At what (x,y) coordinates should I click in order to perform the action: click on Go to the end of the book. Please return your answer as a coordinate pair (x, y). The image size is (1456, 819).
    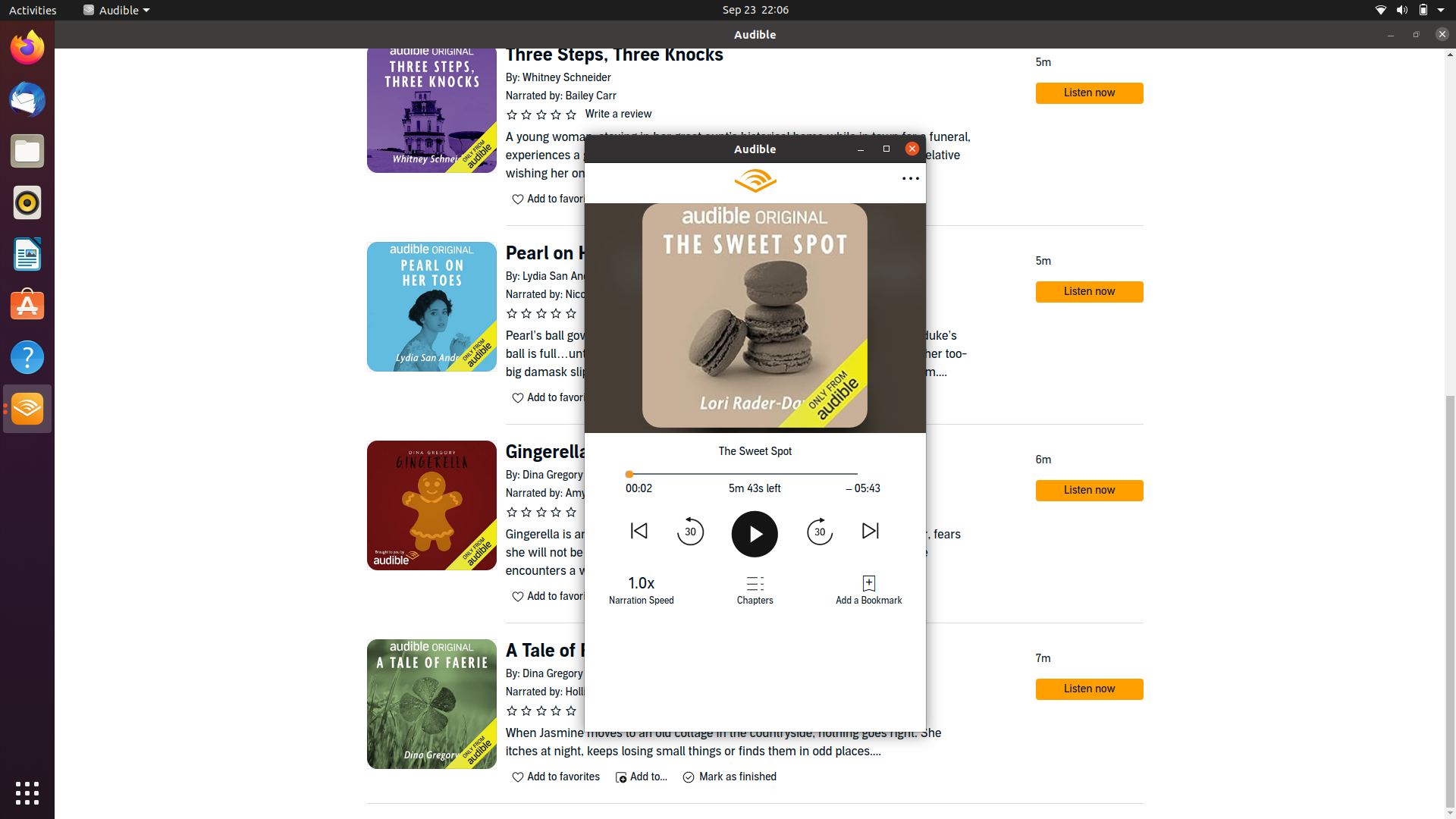
    Looking at the image, I should click on (847, 472).